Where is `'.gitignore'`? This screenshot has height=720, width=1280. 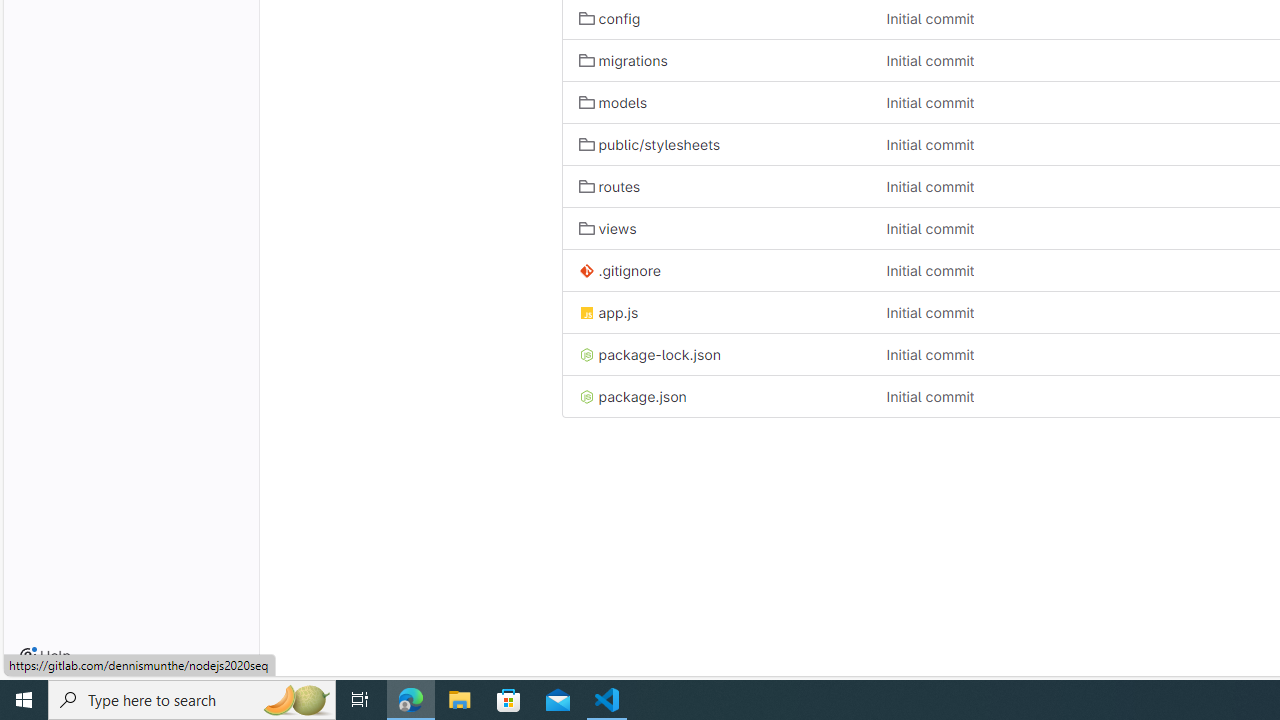 '.gitignore' is located at coordinates (618, 271).